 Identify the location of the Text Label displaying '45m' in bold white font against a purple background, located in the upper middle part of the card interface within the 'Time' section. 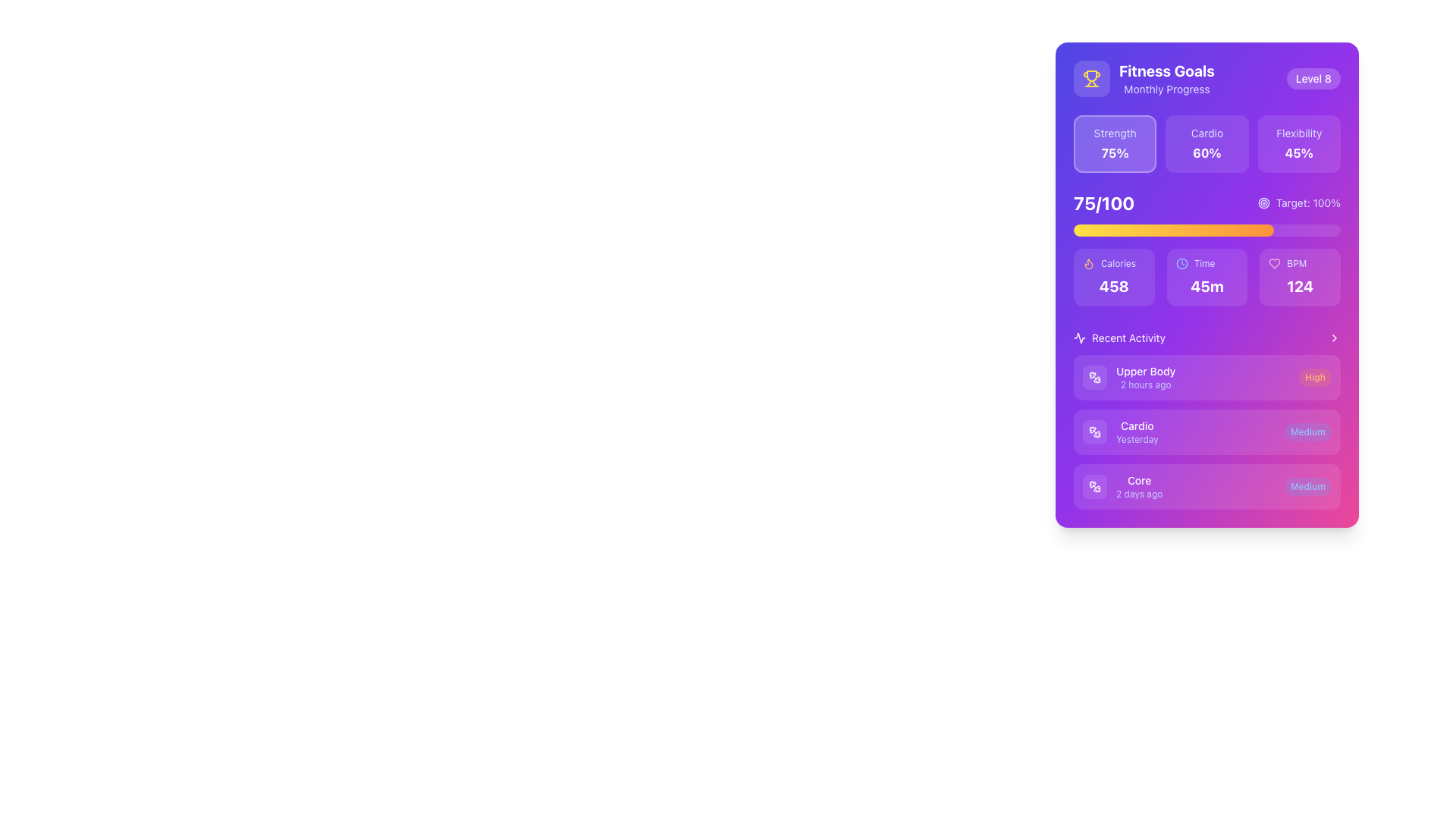
(1207, 287).